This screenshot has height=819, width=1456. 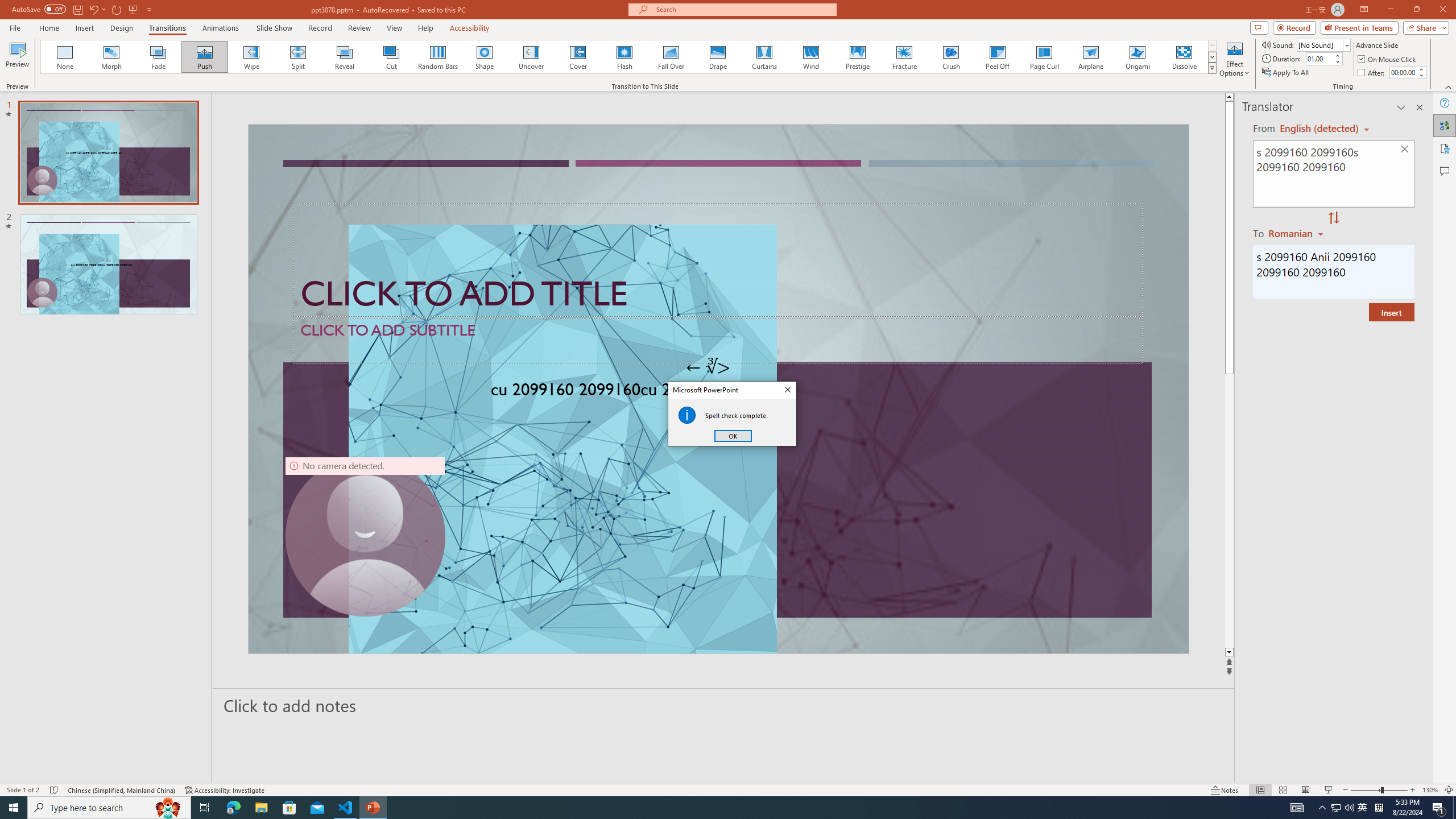 What do you see at coordinates (904, 56) in the screenshot?
I see `'Fracture'` at bounding box center [904, 56].